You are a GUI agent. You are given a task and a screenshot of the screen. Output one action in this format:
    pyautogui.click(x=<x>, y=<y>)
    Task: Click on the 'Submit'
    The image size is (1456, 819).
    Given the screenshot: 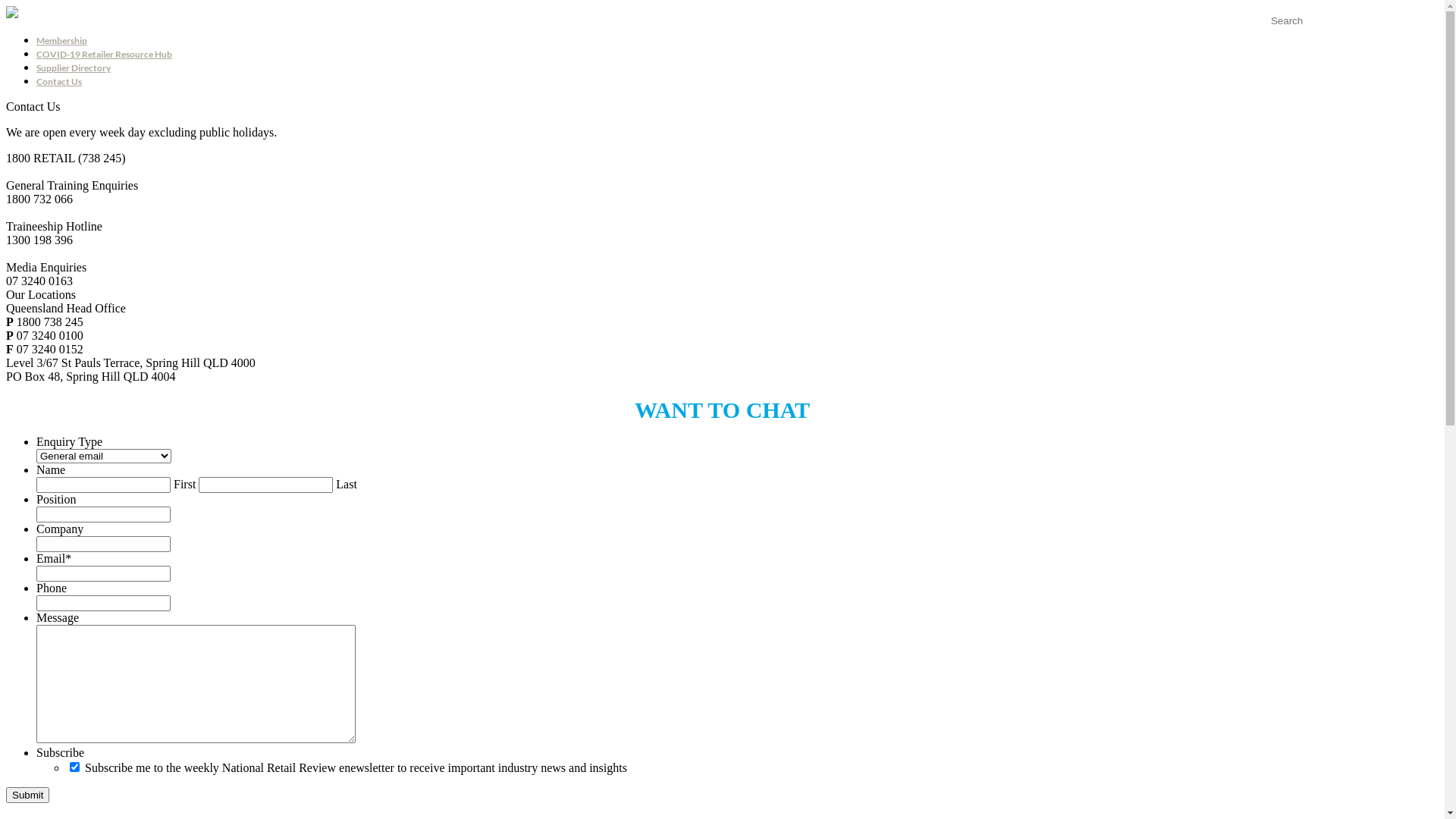 What is the action you would take?
    pyautogui.click(x=27, y=794)
    